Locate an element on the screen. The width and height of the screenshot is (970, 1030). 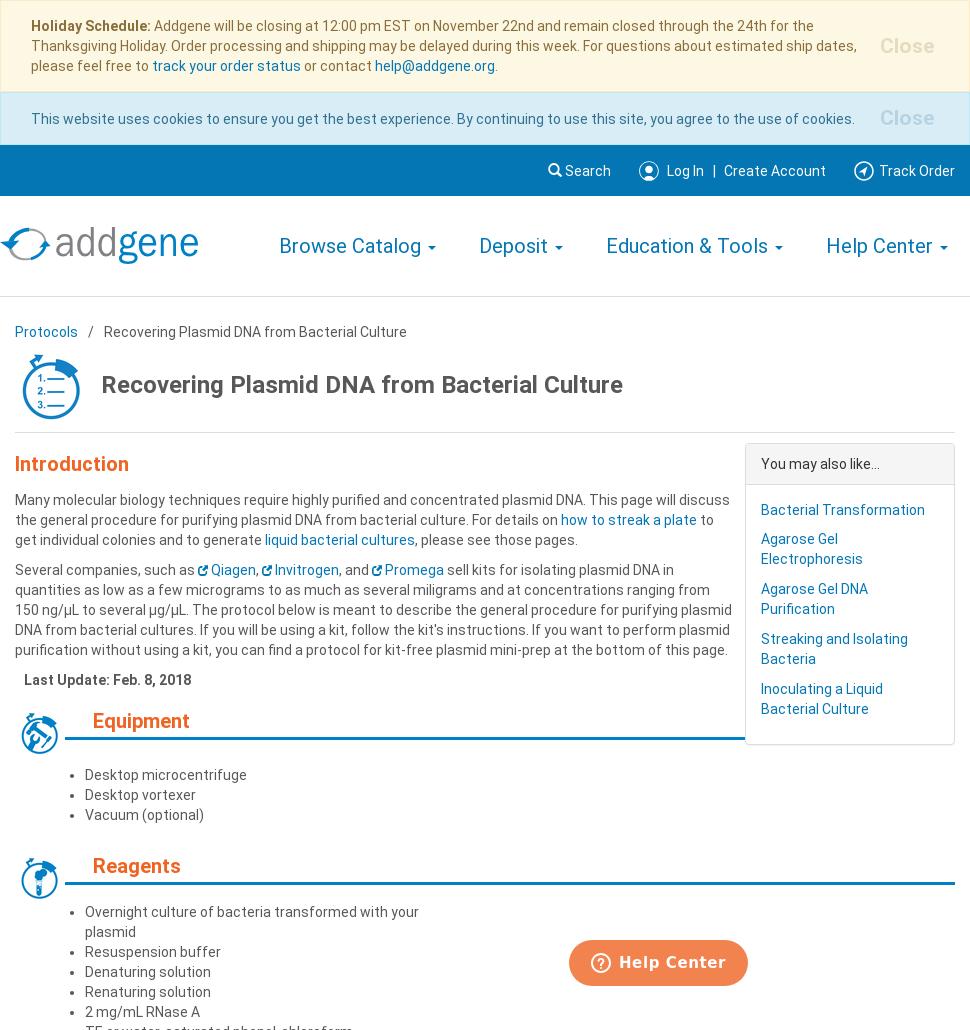
'You may also like...' is located at coordinates (820, 461).